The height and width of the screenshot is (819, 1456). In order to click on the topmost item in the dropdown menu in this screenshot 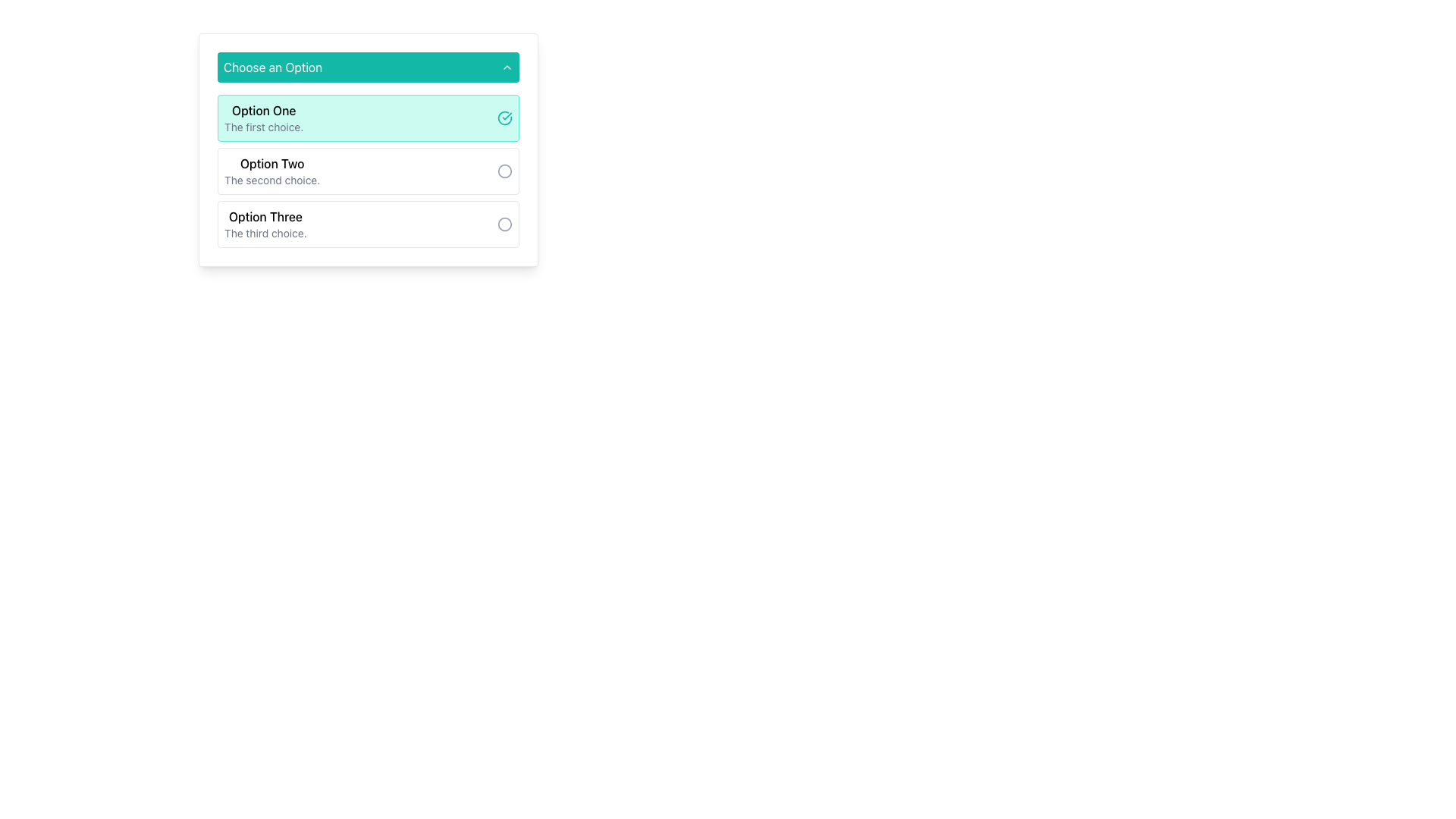, I will do `click(263, 117)`.